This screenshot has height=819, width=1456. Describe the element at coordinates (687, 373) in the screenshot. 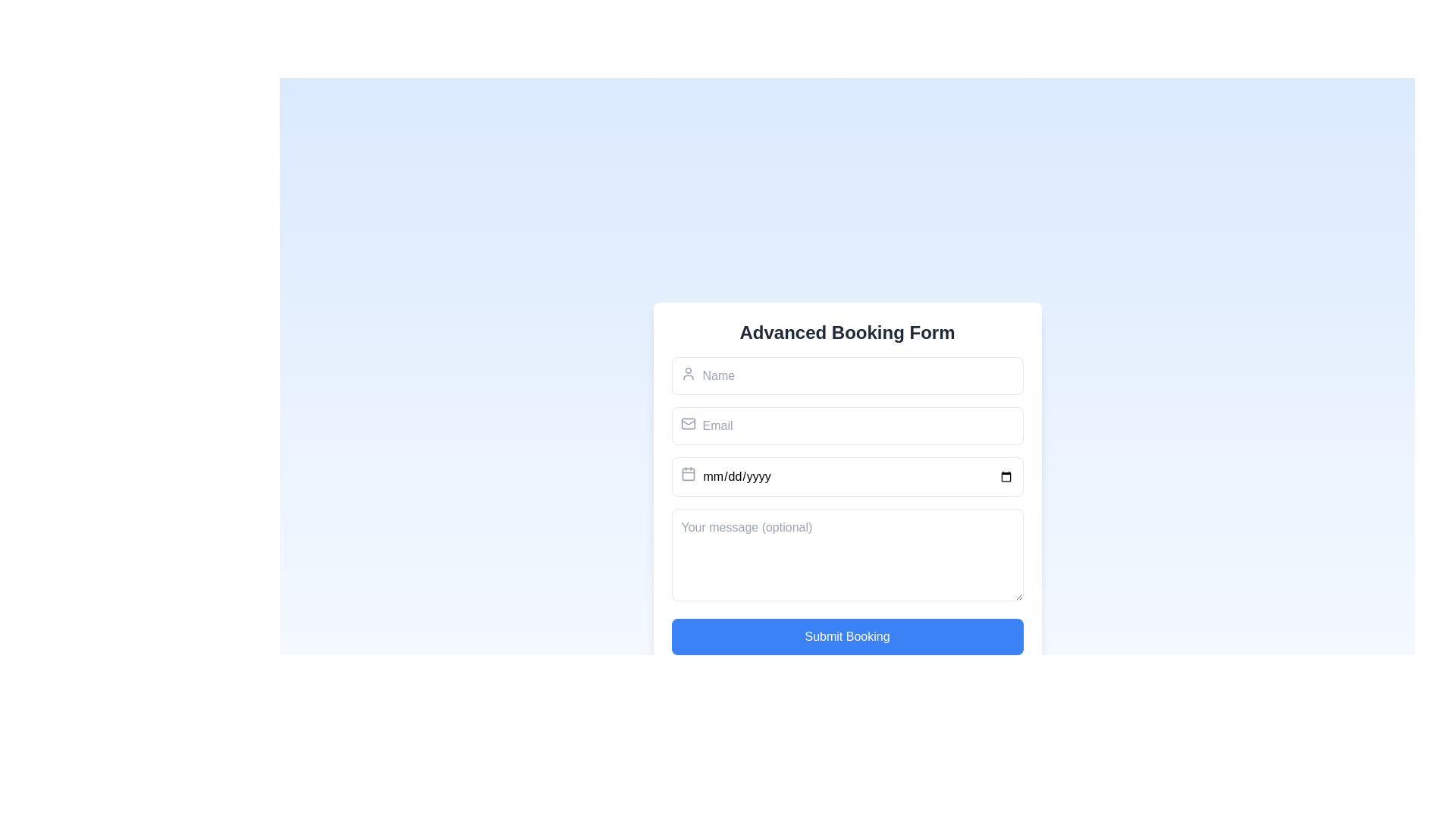

I see `the SVG Icon that visually indicates the purpose of the input field for the user's name, located in the 'Advanced Booking Form' panel adjacent to the 'Name' input field` at that location.